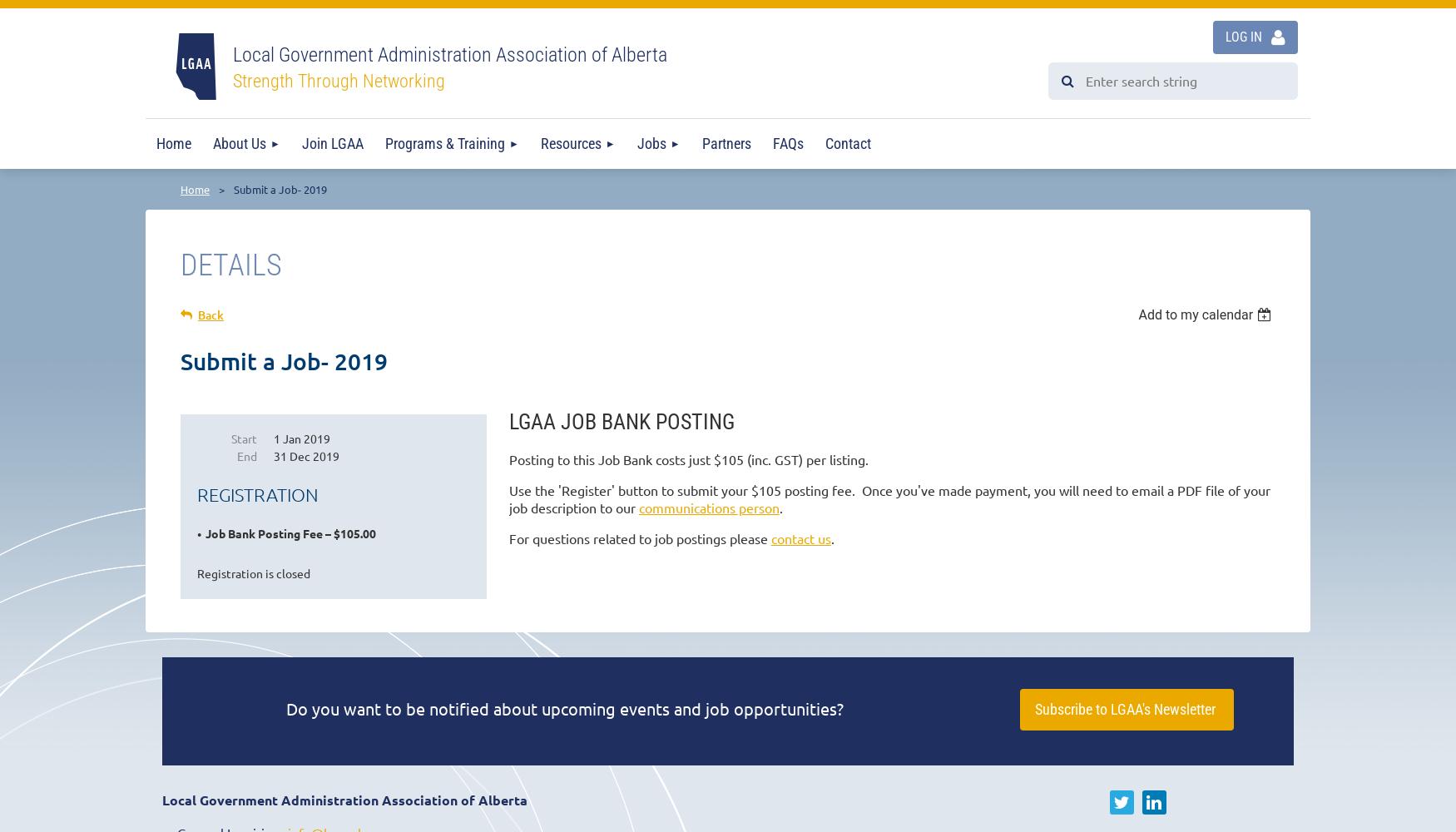 The width and height of the screenshot is (1456, 832). Describe the element at coordinates (256, 493) in the screenshot. I see `'Registration'` at that location.